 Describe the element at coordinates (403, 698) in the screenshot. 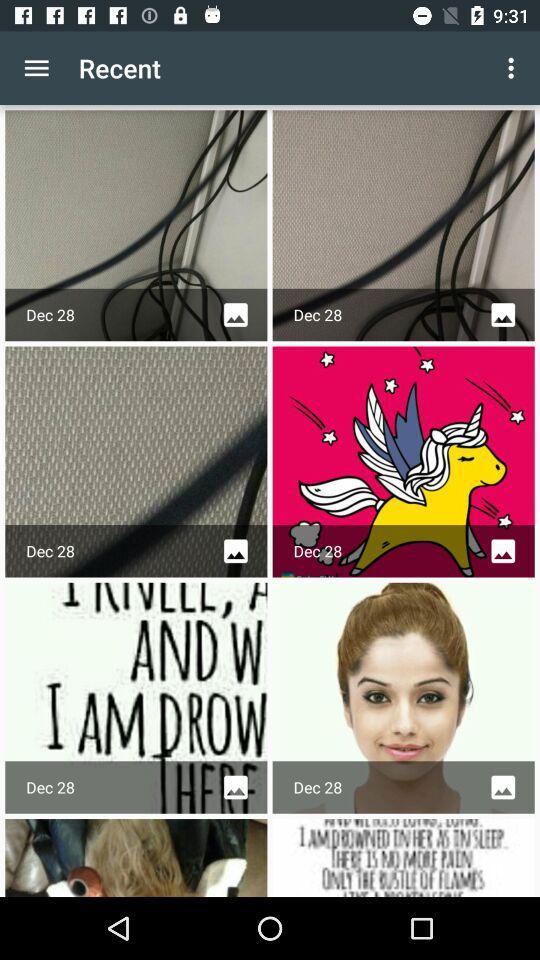

I see `third image from top right corner` at that location.